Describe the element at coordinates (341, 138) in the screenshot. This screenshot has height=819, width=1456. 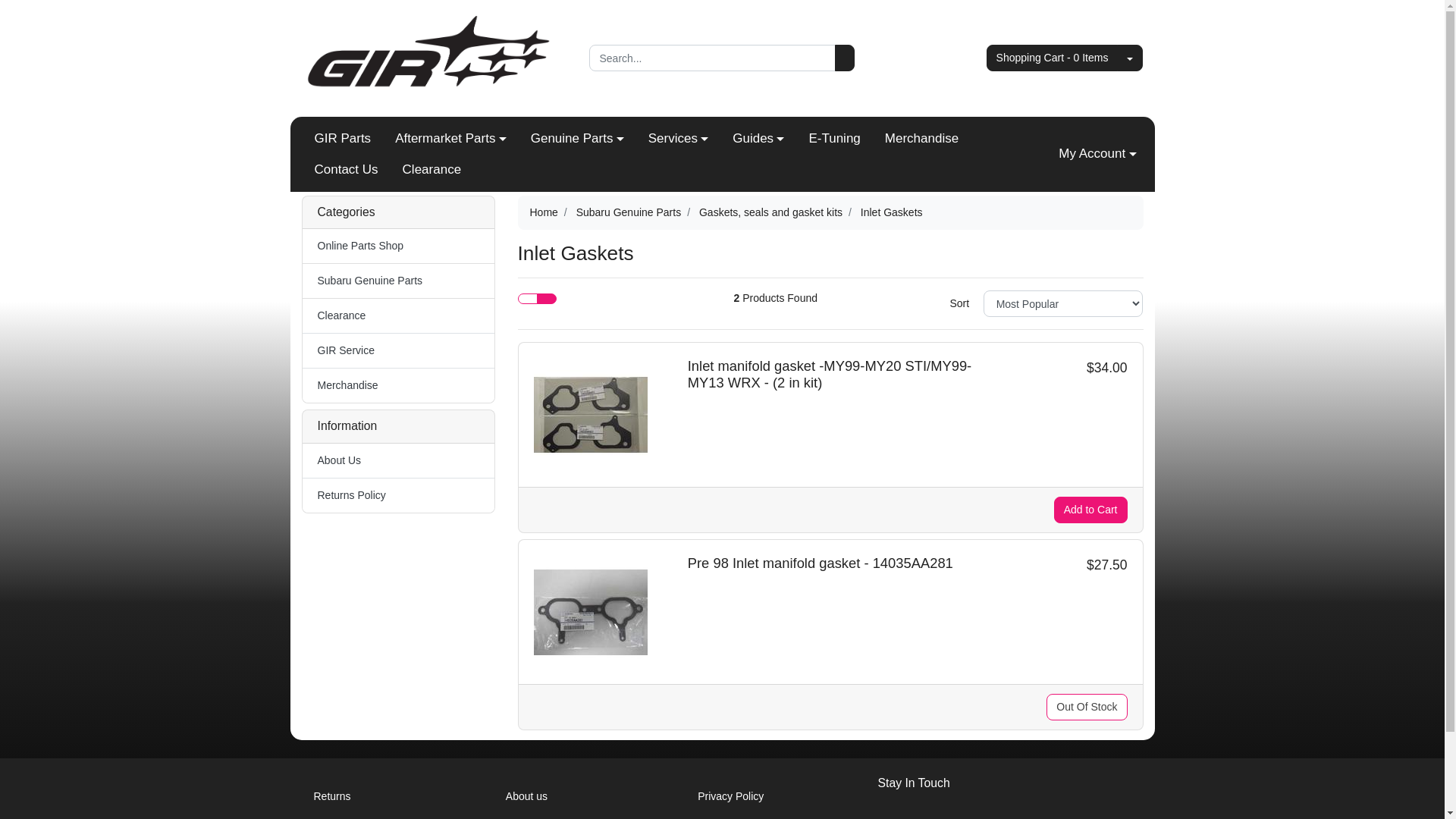
I see `'GIR Parts'` at that location.